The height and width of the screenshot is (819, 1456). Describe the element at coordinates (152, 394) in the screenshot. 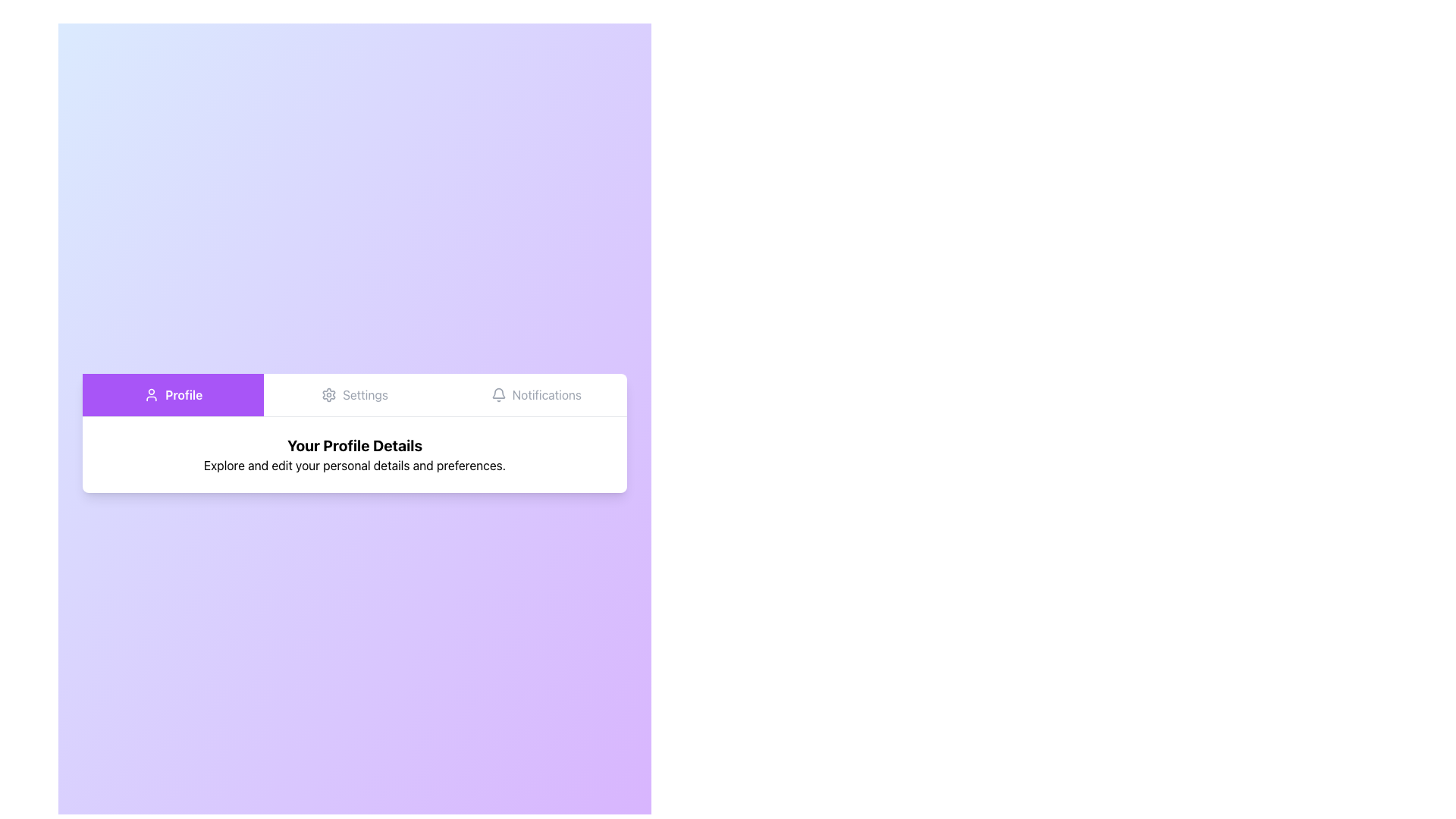

I see `the 'Profile' icon located in the upper navigation tab, positioned to the left of the text label 'Profile'` at that location.